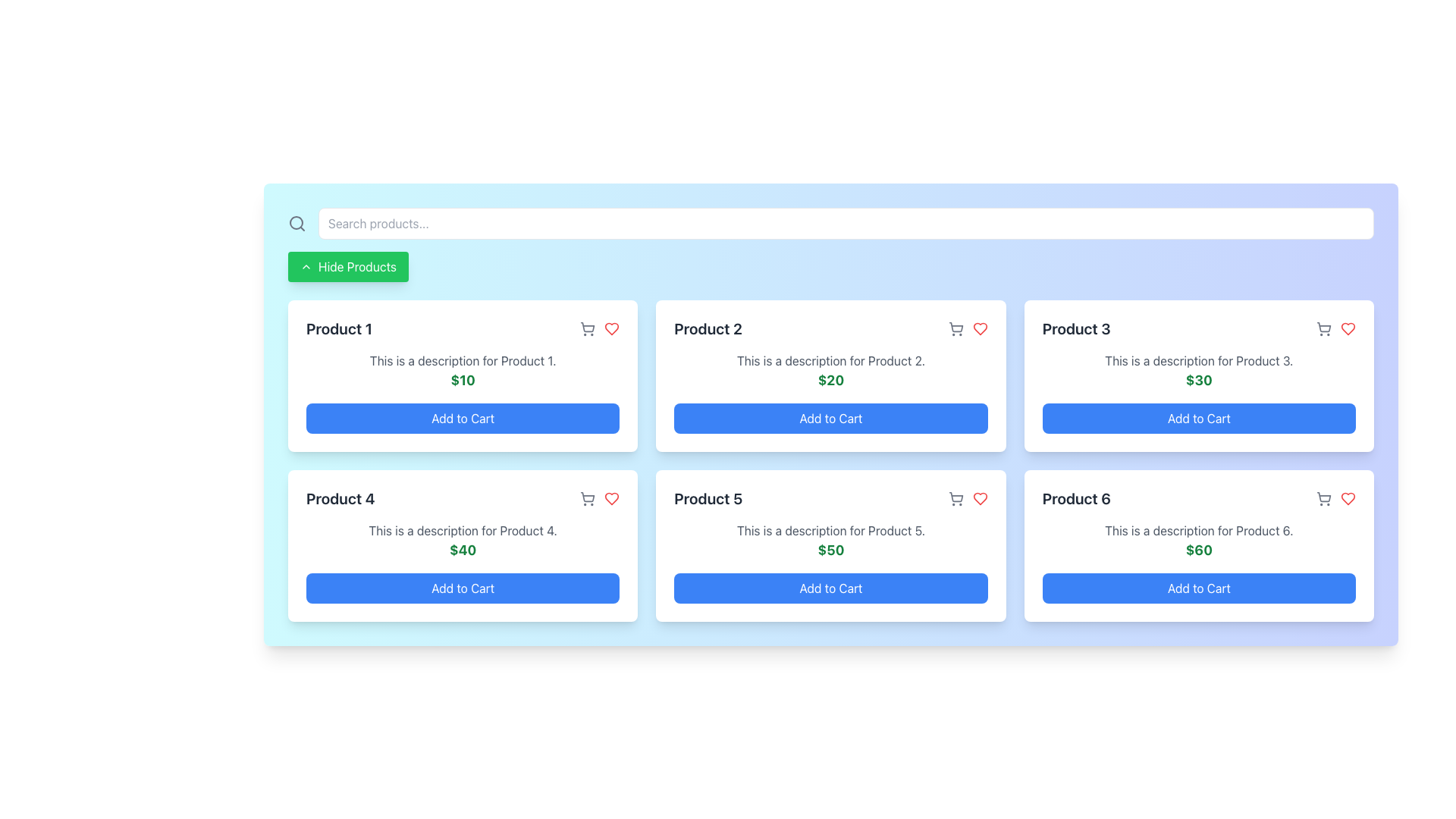 This screenshot has width=1456, height=819. I want to click on the 'Product 6' card, which features a bold title, description, price label, and 'Add, so click(1198, 546).